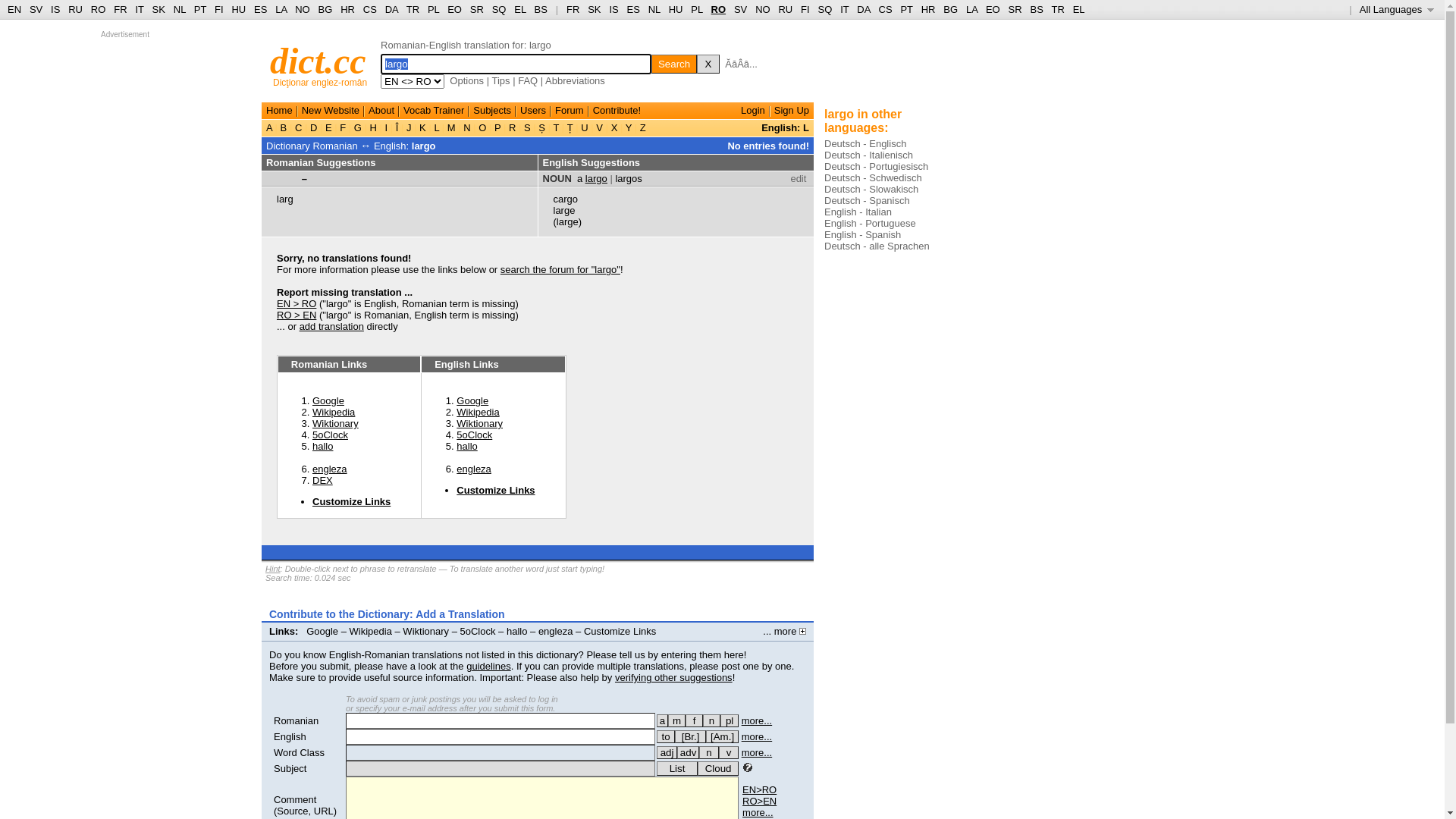 The width and height of the screenshot is (1456, 819). I want to click on 'SV', so click(29, 9).